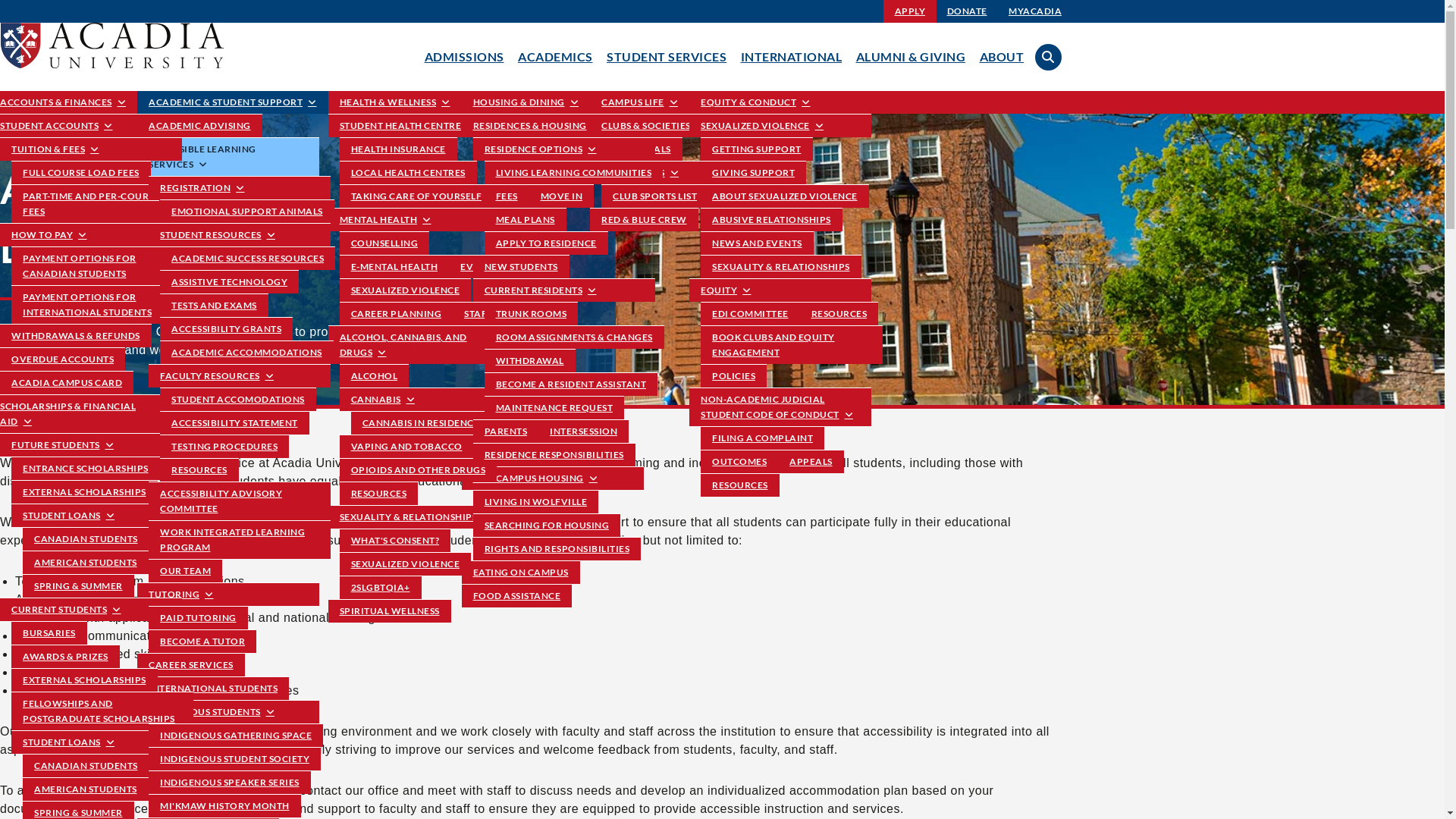 The height and width of the screenshot is (819, 1456). What do you see at coordinates (700, 460) in the screenshot?
I see `'OUTCOMES'` at bounding box center [700, 460].